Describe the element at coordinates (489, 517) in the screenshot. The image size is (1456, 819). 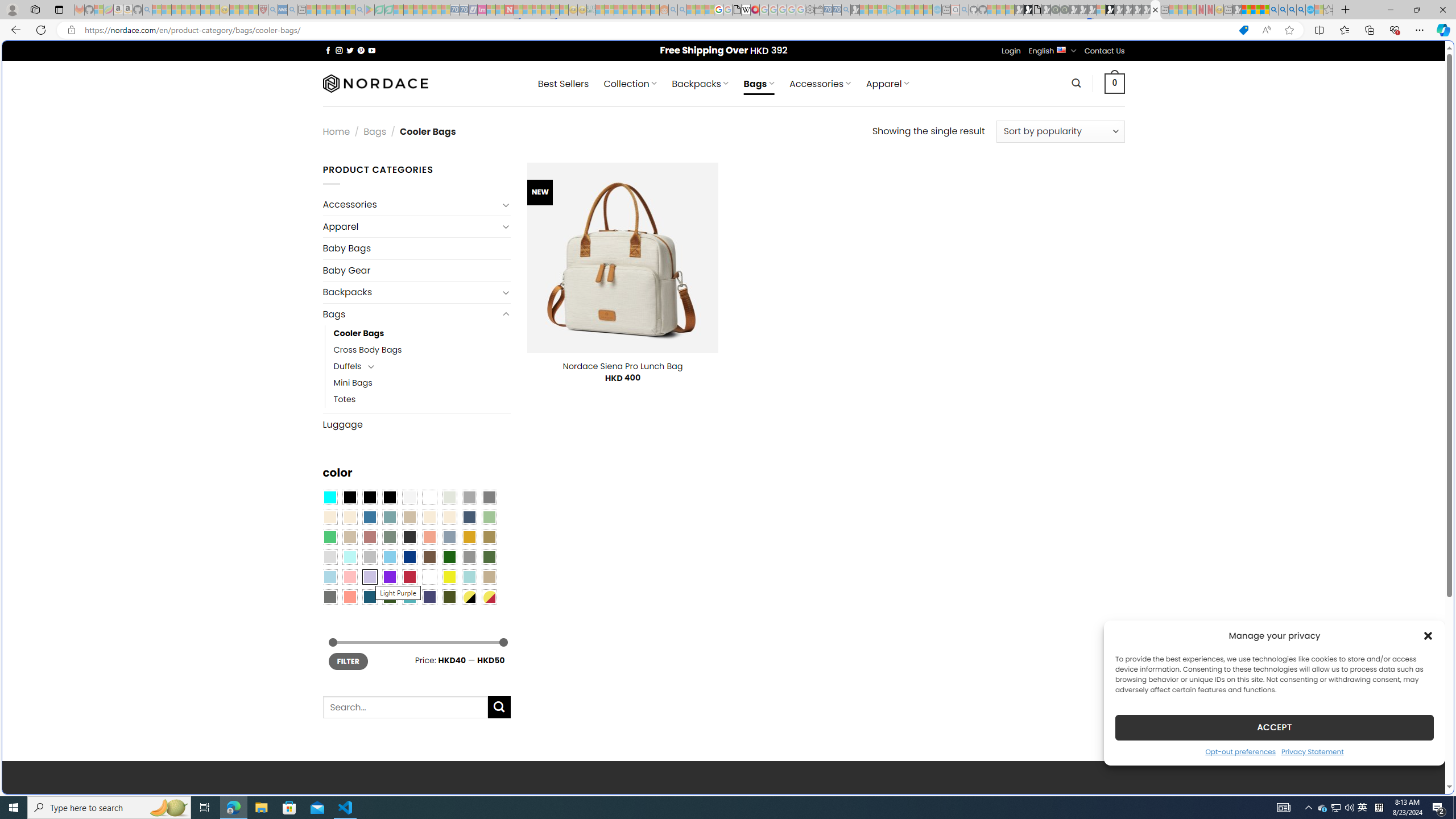
I see `'Light Green'` at that location.